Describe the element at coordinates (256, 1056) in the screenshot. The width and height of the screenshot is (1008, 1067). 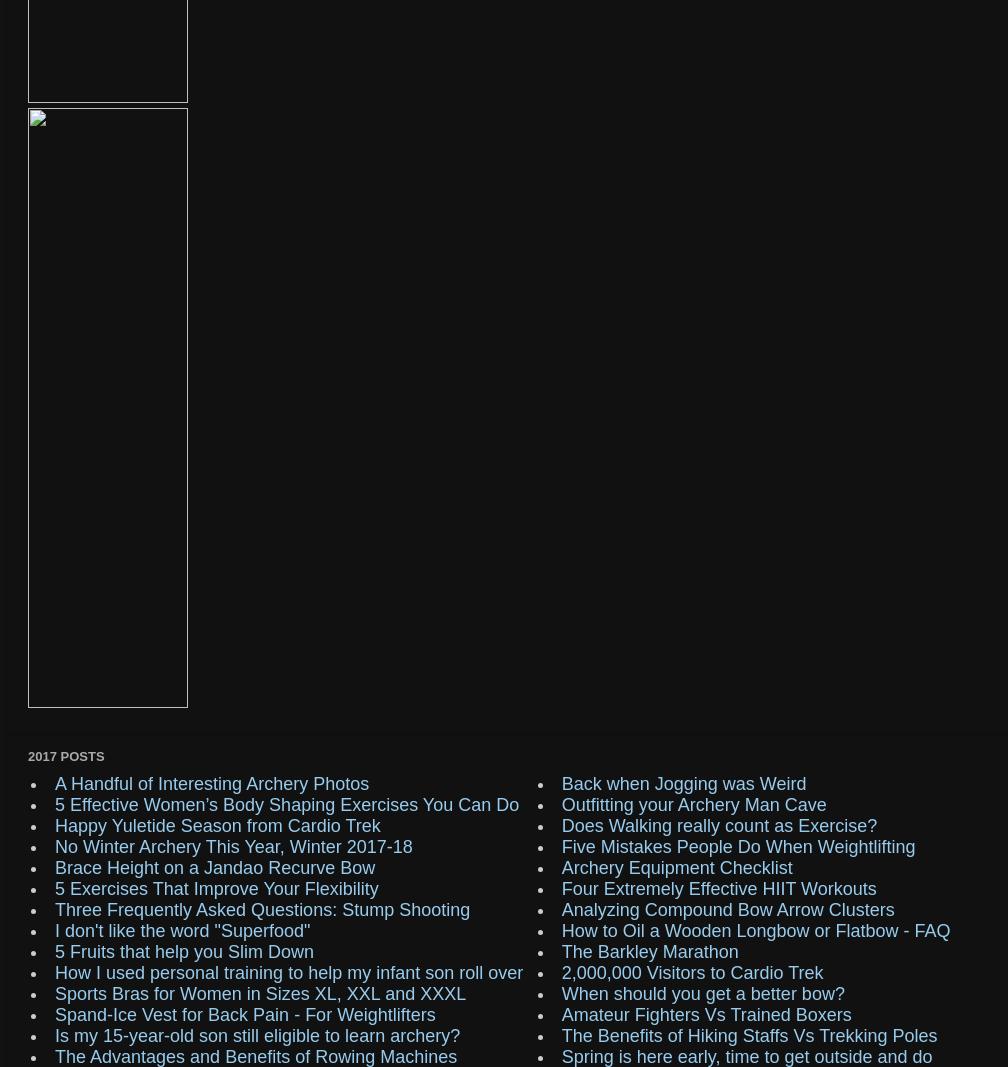
I see `'The Advantages and Benefits of Rowing Machines'` at that location.